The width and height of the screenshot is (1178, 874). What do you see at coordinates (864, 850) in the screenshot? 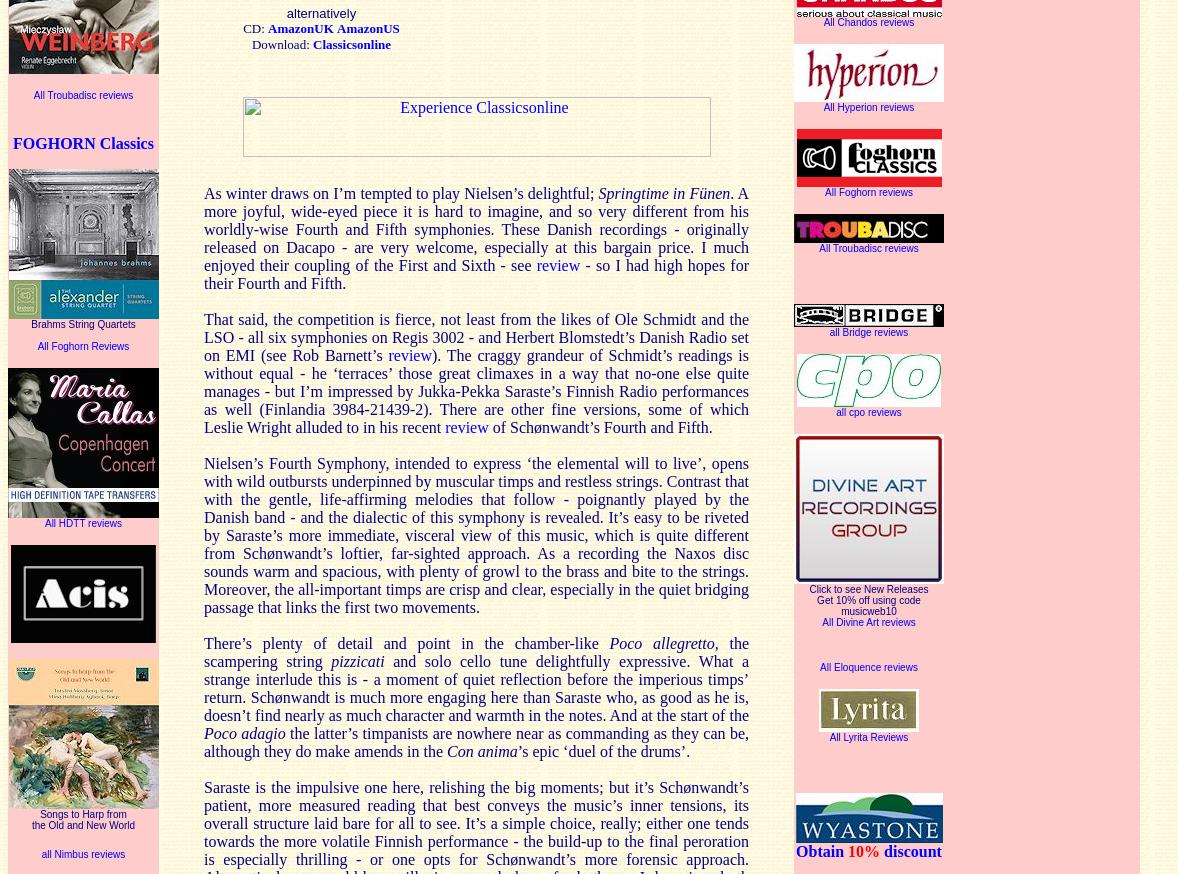
I see `'10%'` at bounding box center [864, 850].